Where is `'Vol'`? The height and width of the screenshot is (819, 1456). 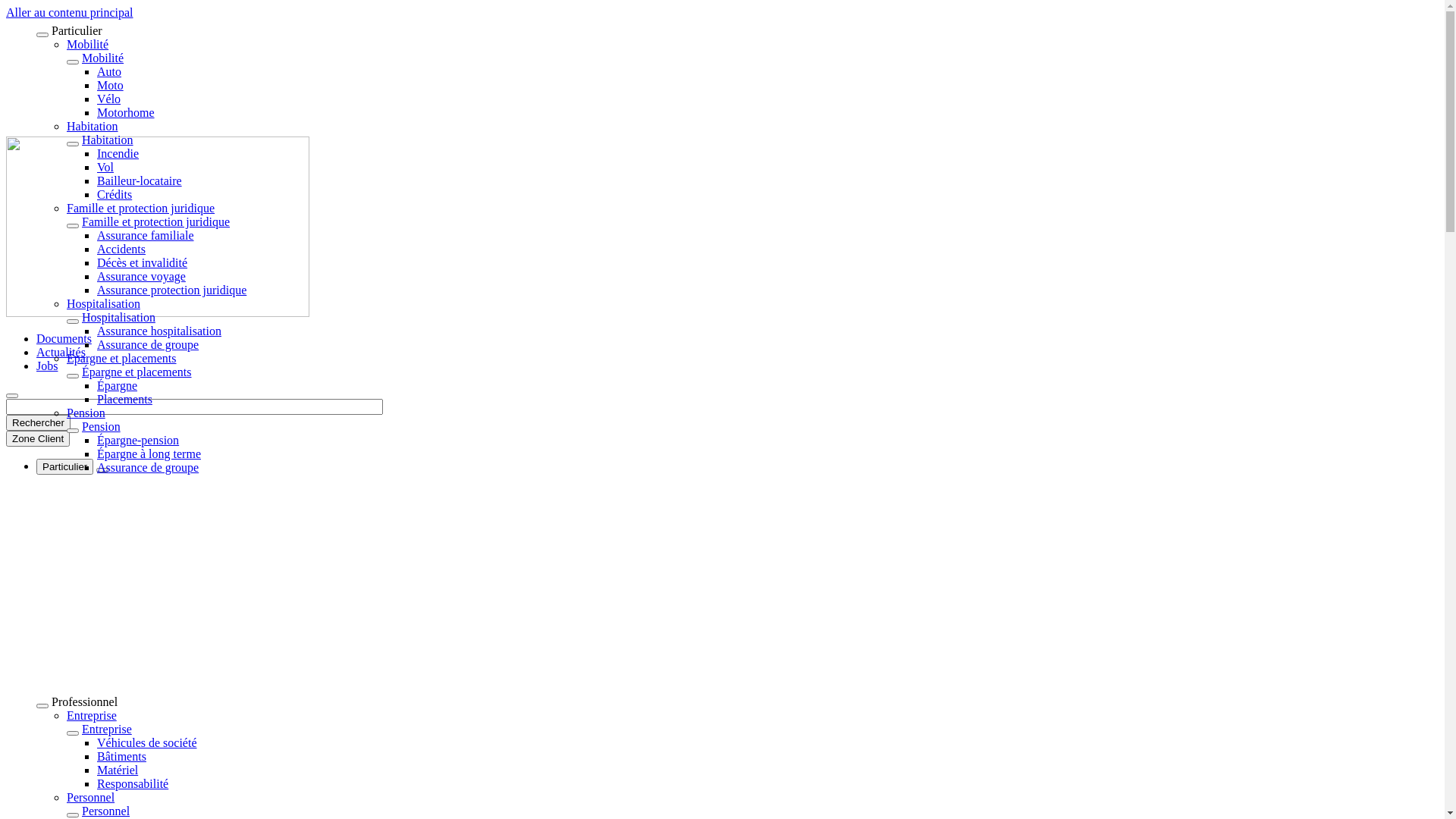 'Vol' is located at coordinates (96, 167).